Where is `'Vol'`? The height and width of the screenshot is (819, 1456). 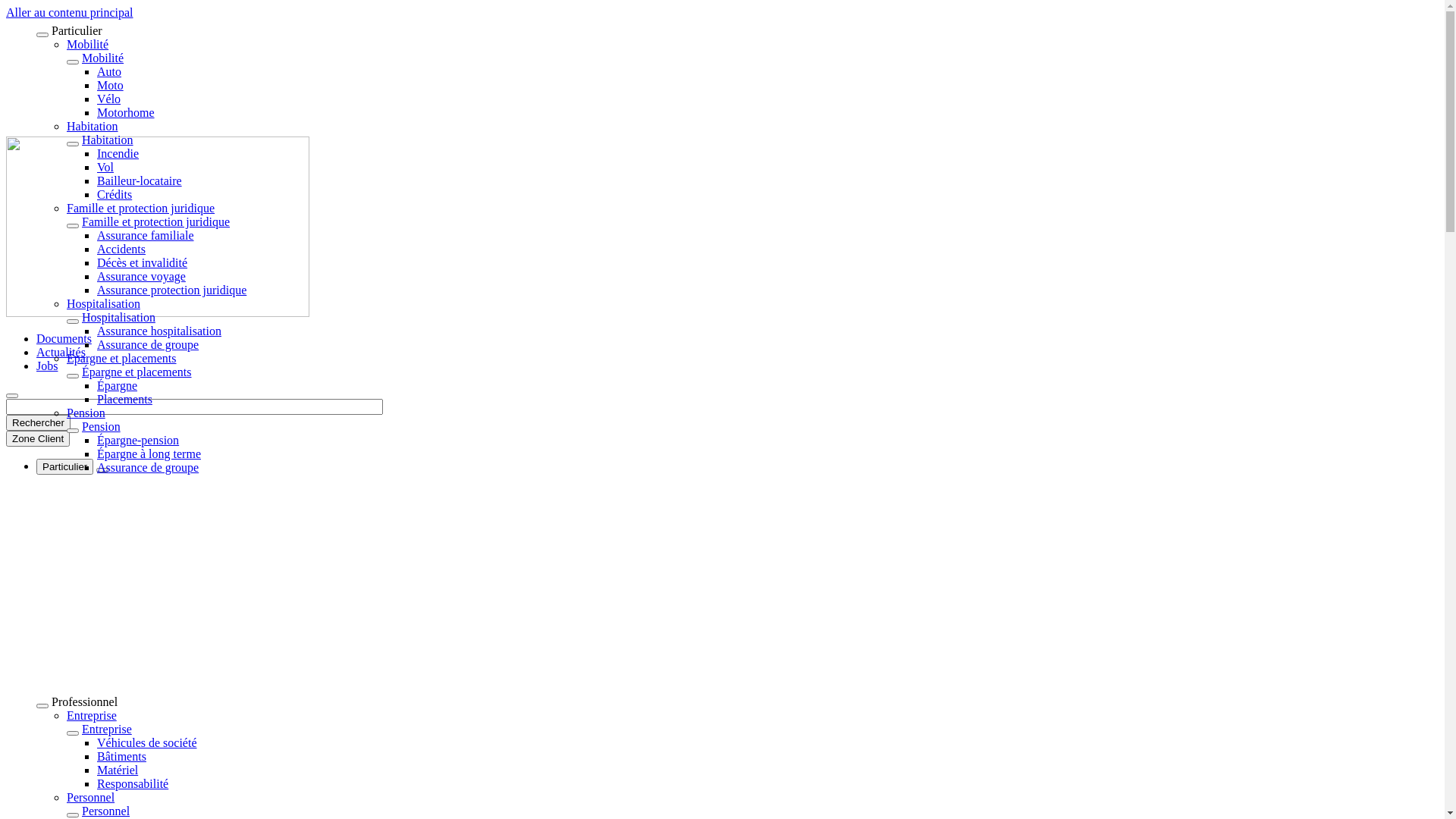 'Vol' is located at coordinates (96, 167).